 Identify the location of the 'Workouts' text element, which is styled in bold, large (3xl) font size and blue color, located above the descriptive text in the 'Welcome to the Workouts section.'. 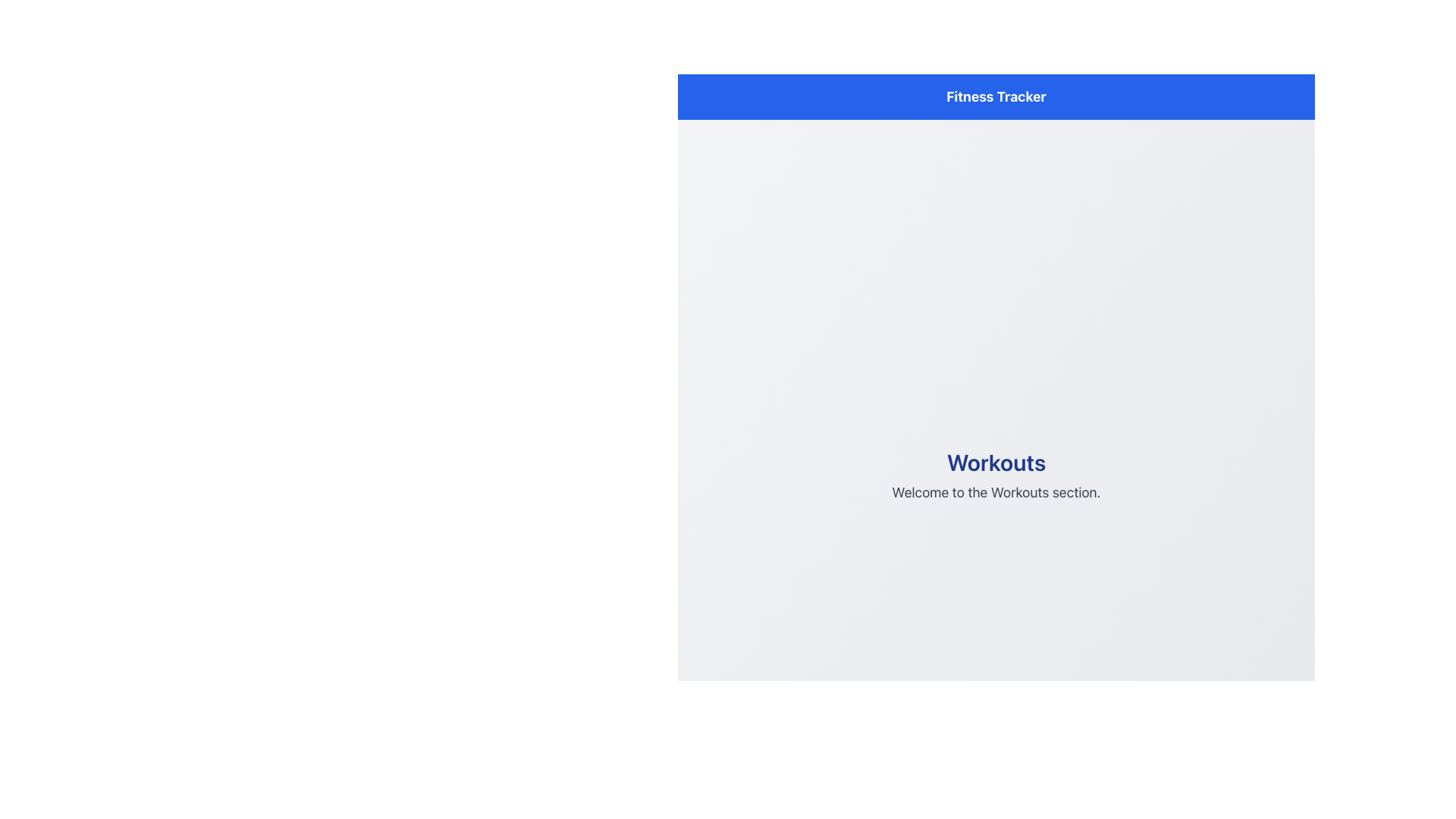
(996, 461).